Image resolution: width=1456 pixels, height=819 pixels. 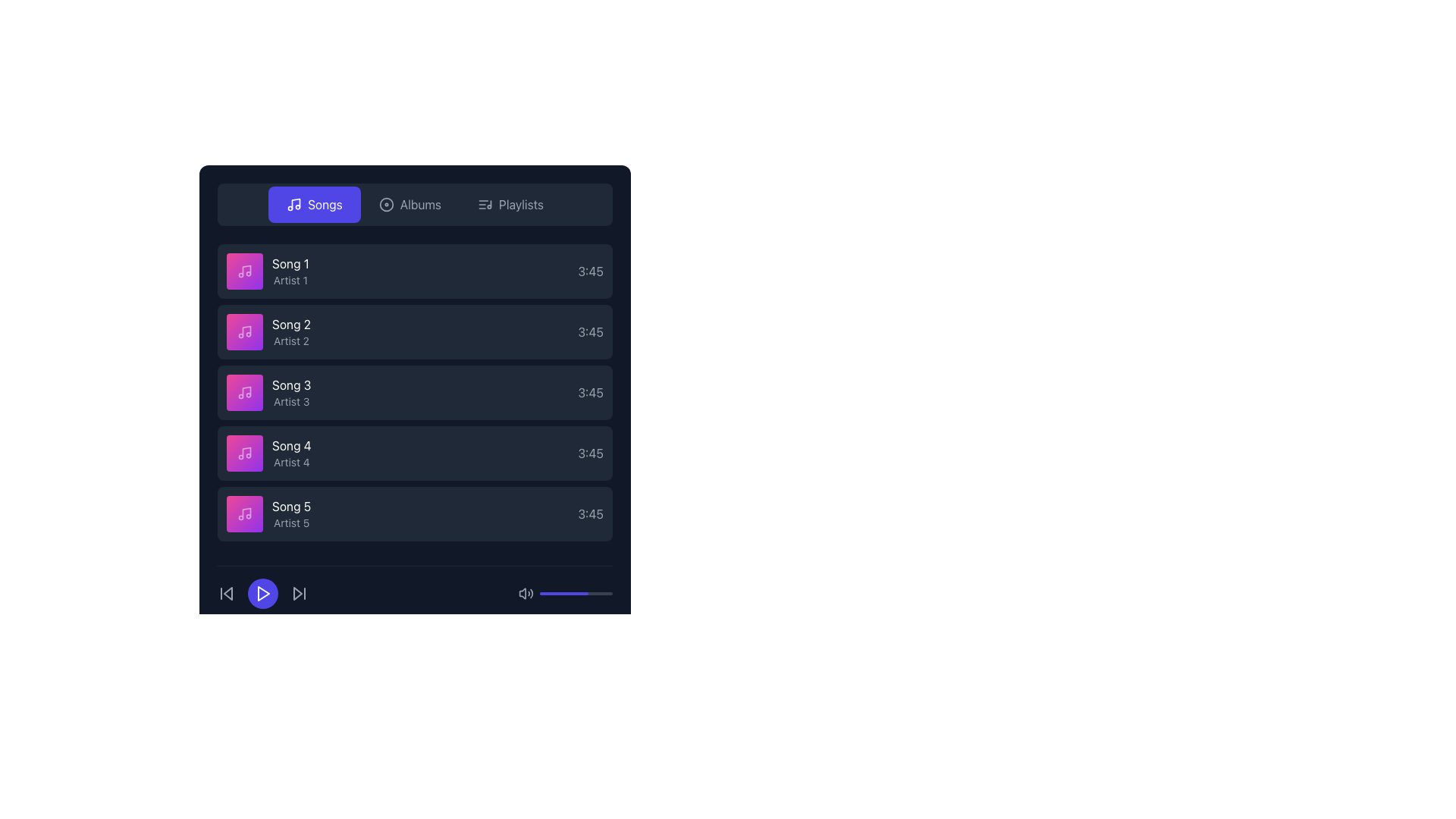 I want to click on the 'Playlists' button, which is a horizontally rectangular button with rounded corners containing a light gray text label and an icon resembling a list with a music note, located as the third option in a row of buttons at the top of the interface, so click(x=510, y=205).